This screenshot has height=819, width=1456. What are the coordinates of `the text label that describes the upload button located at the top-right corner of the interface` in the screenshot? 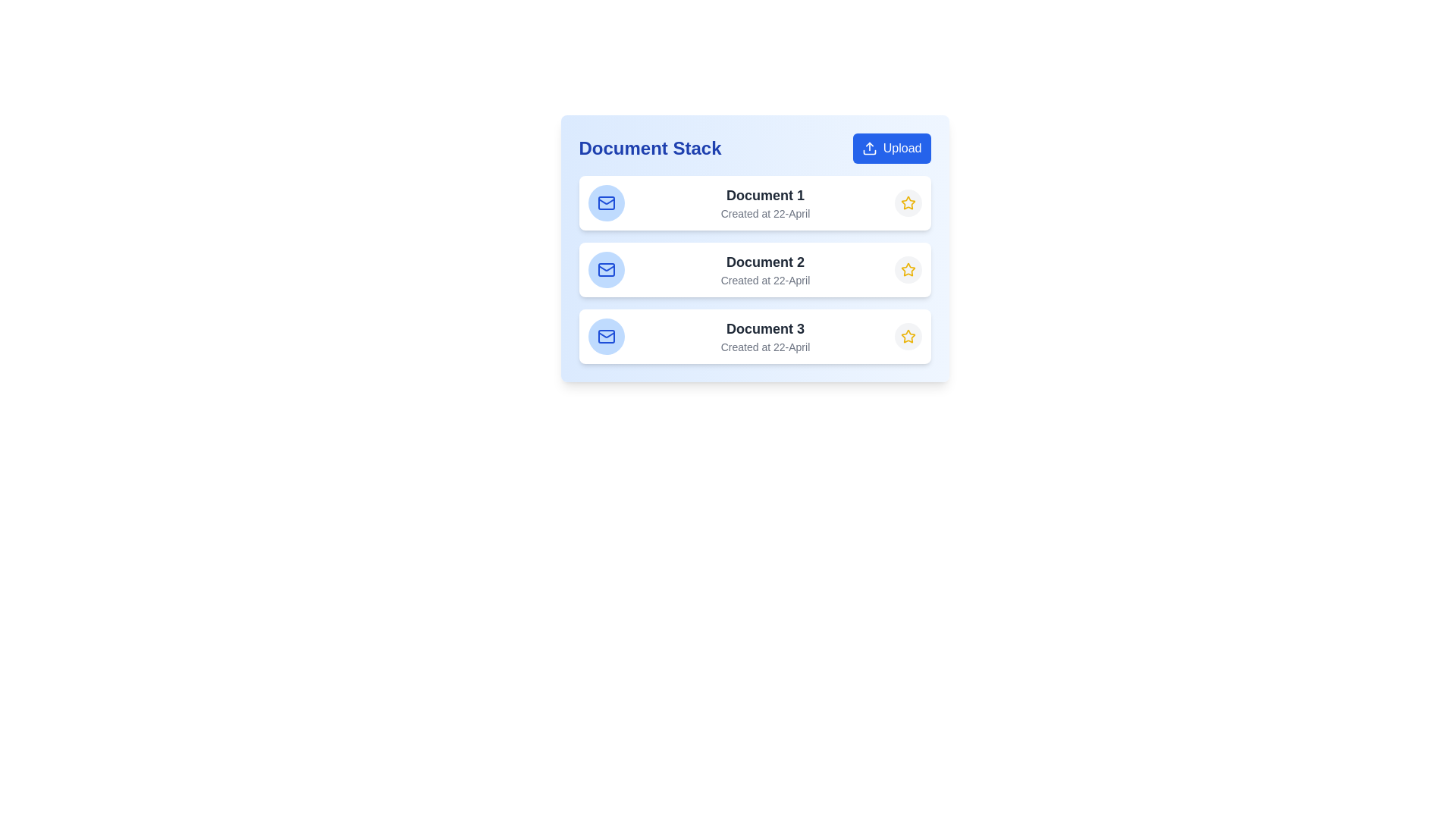 It's located at (902, 149).